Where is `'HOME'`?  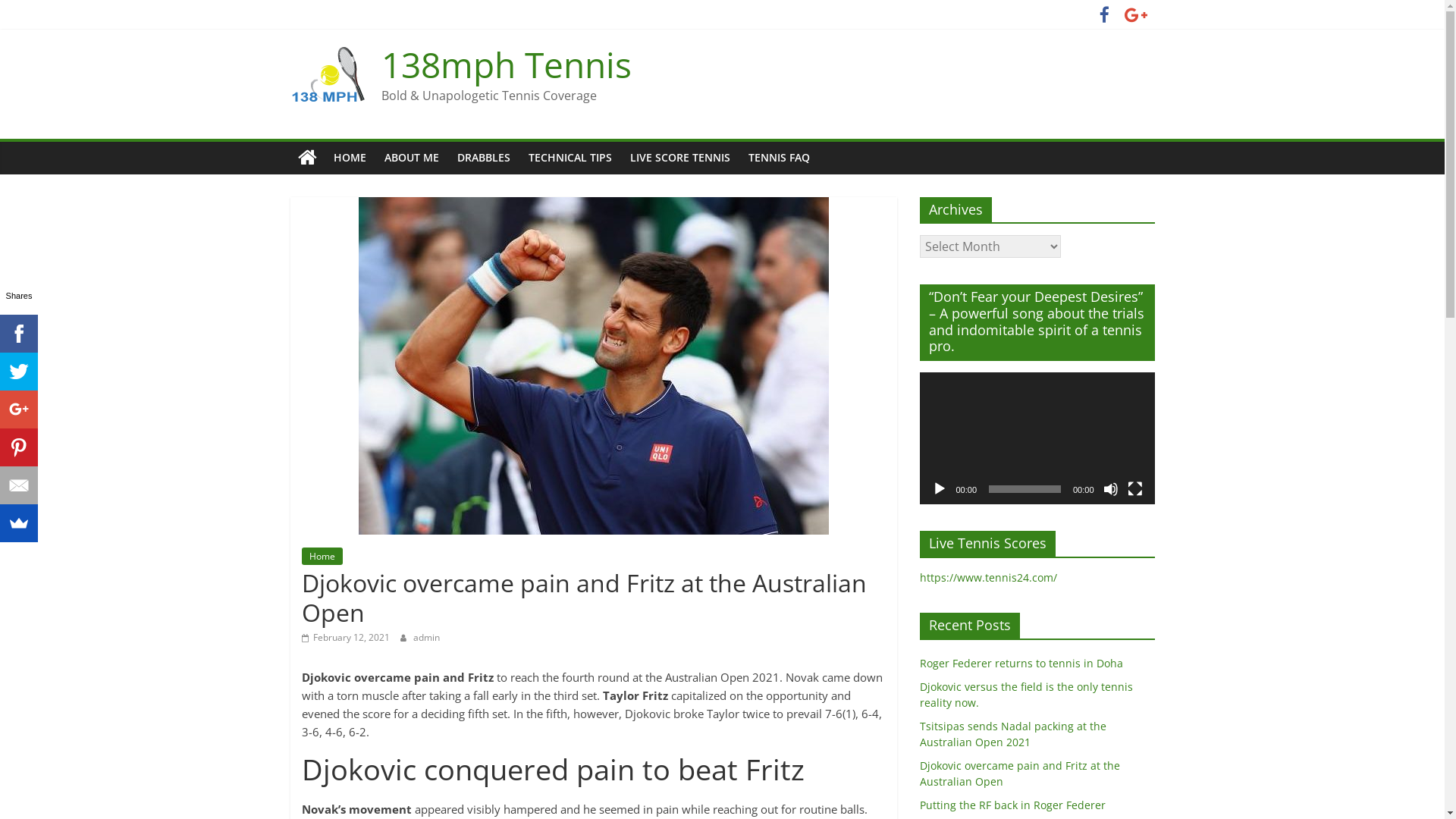
'HOME' is located at coordinates (349, 158).